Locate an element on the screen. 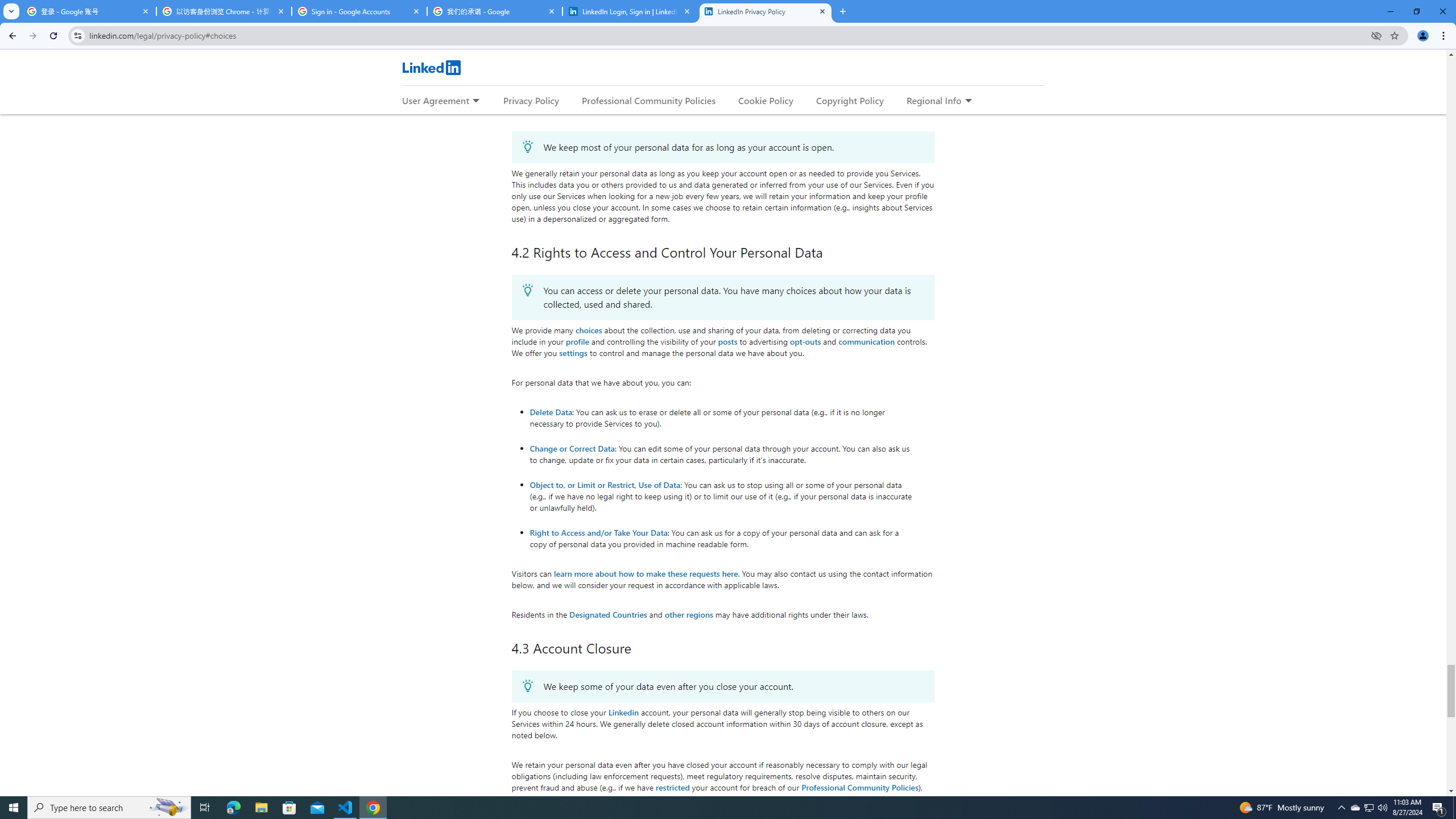  'User Agreement' is located at coordinates (435, 100).